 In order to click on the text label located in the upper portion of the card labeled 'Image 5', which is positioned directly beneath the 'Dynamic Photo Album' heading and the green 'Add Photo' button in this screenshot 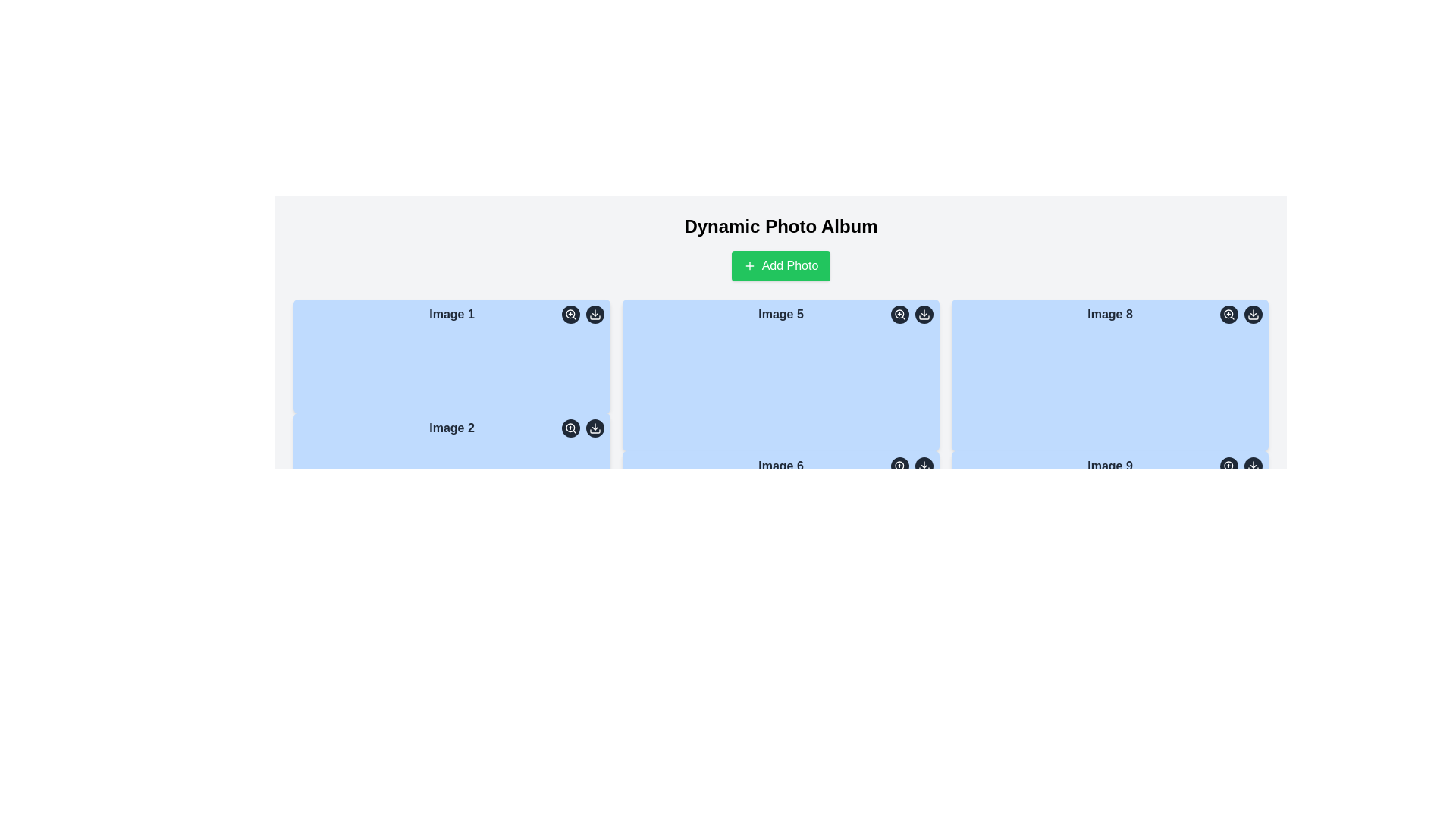, I will do `click(781, 314)`.